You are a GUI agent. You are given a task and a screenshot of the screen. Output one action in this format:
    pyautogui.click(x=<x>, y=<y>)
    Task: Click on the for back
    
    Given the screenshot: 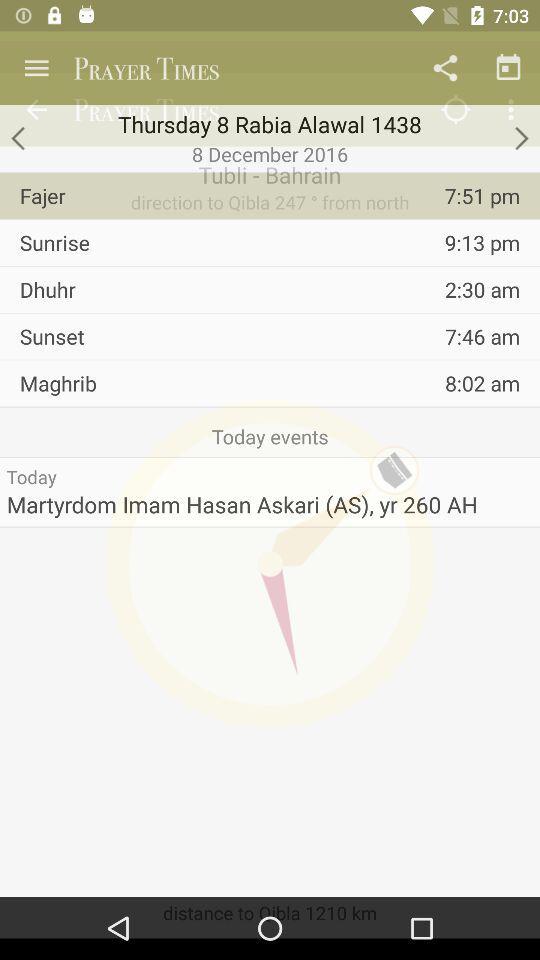 What is the action you would take?
    pyautogui.click(x=18, y=137)
    